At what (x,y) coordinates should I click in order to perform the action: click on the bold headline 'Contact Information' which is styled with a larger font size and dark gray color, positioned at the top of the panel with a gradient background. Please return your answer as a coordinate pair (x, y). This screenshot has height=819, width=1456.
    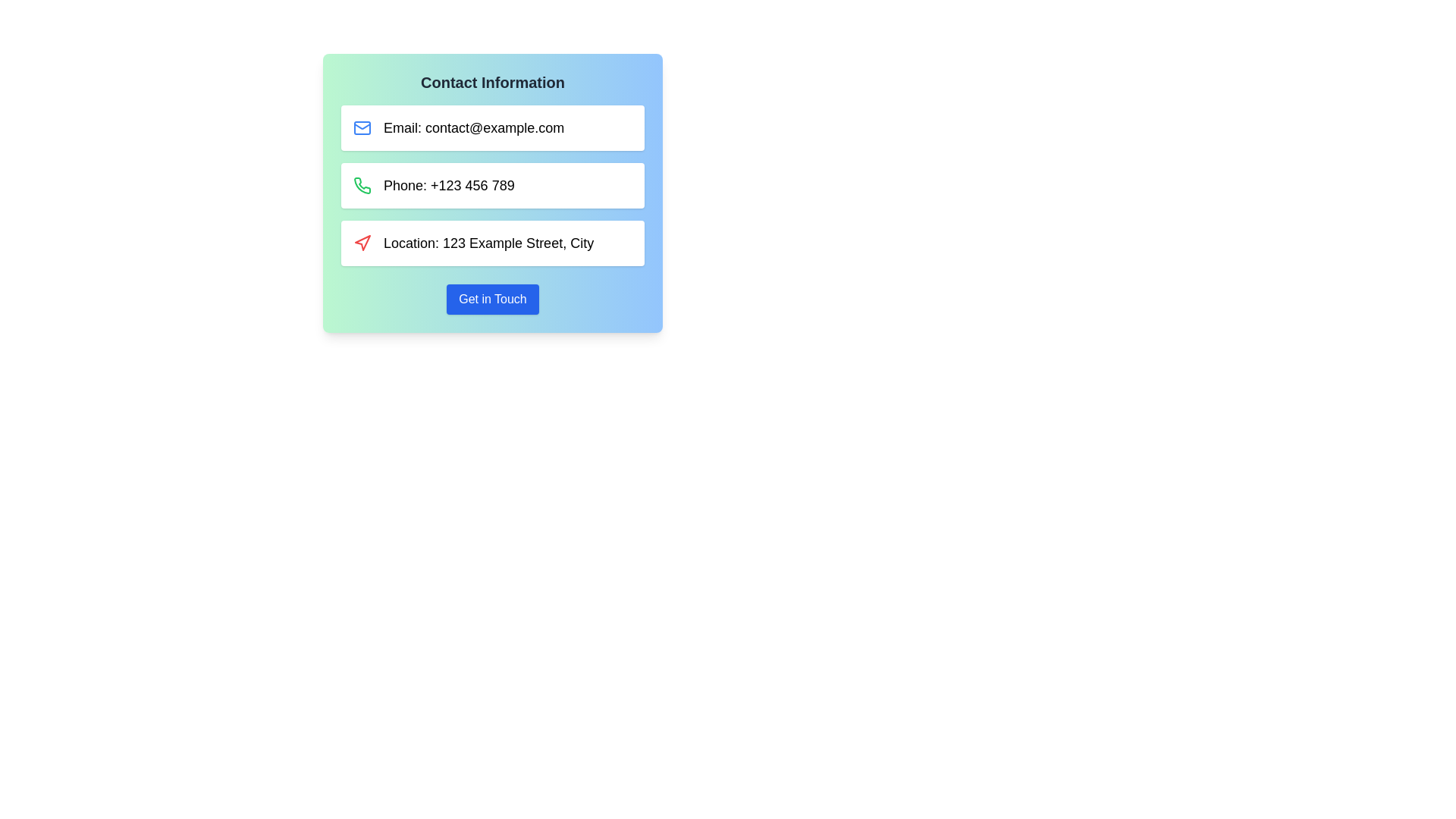
    Looking at the image, I should click on (492, 82).